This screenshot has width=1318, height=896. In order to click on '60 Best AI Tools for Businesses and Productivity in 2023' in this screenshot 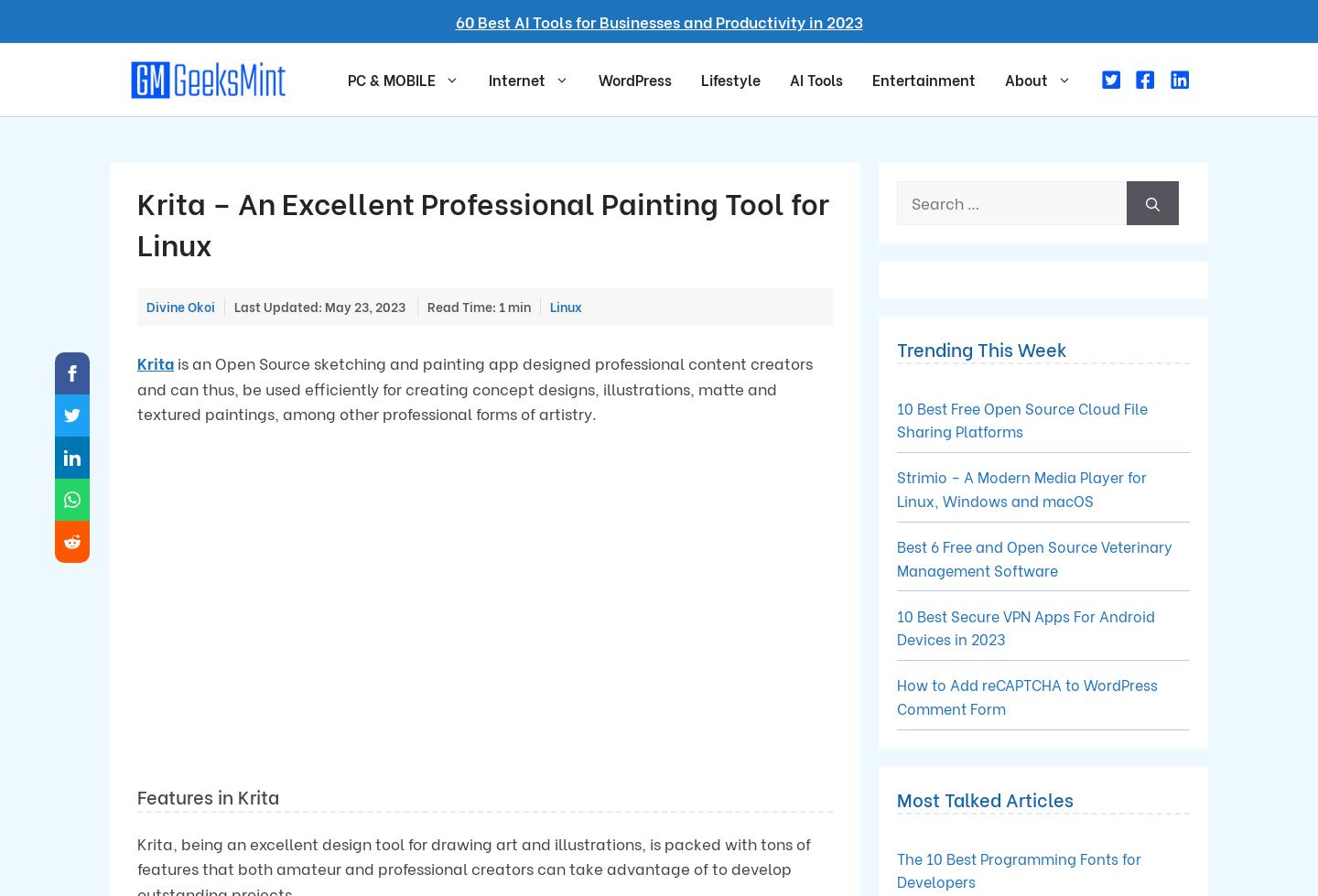, I will do `click(453, 21)`.